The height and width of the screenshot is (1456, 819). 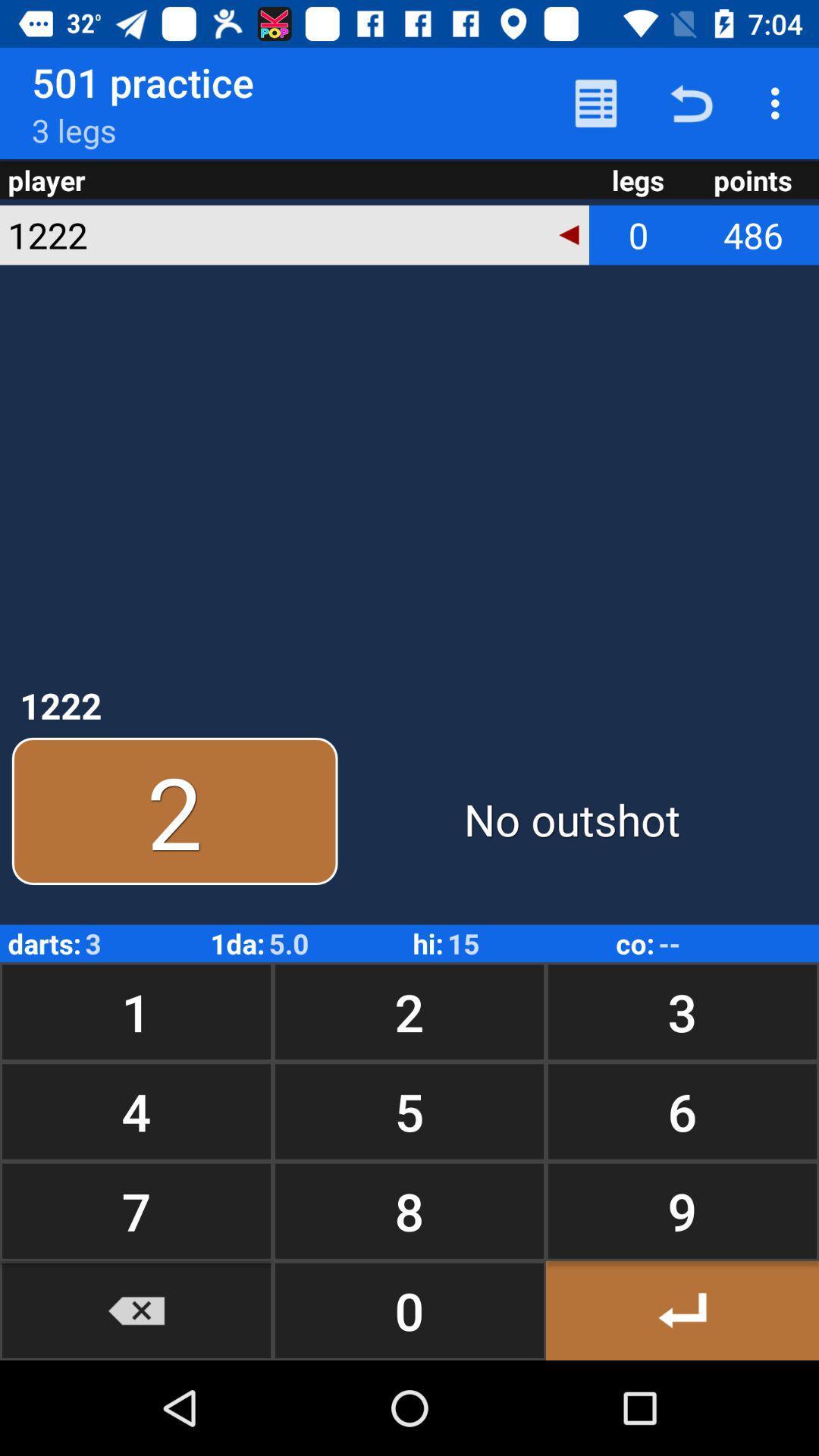 What do you see at coordinates (136, 1310) in the screenshot?
I see `delete` at bounding box center [136, 1310].